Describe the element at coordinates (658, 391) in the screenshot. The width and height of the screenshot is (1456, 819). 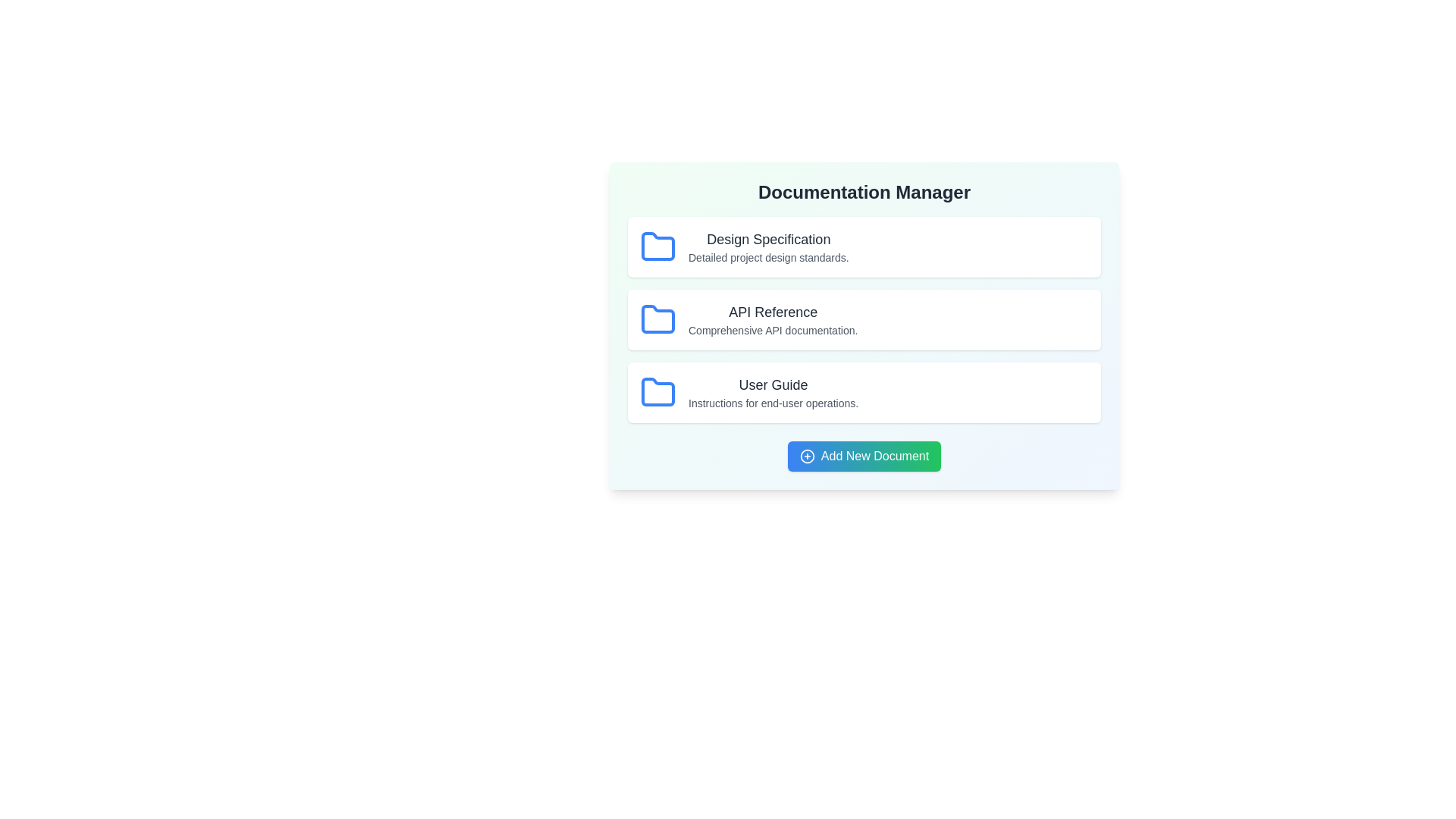
I see `the folder icon associated with User Guide` at that location.